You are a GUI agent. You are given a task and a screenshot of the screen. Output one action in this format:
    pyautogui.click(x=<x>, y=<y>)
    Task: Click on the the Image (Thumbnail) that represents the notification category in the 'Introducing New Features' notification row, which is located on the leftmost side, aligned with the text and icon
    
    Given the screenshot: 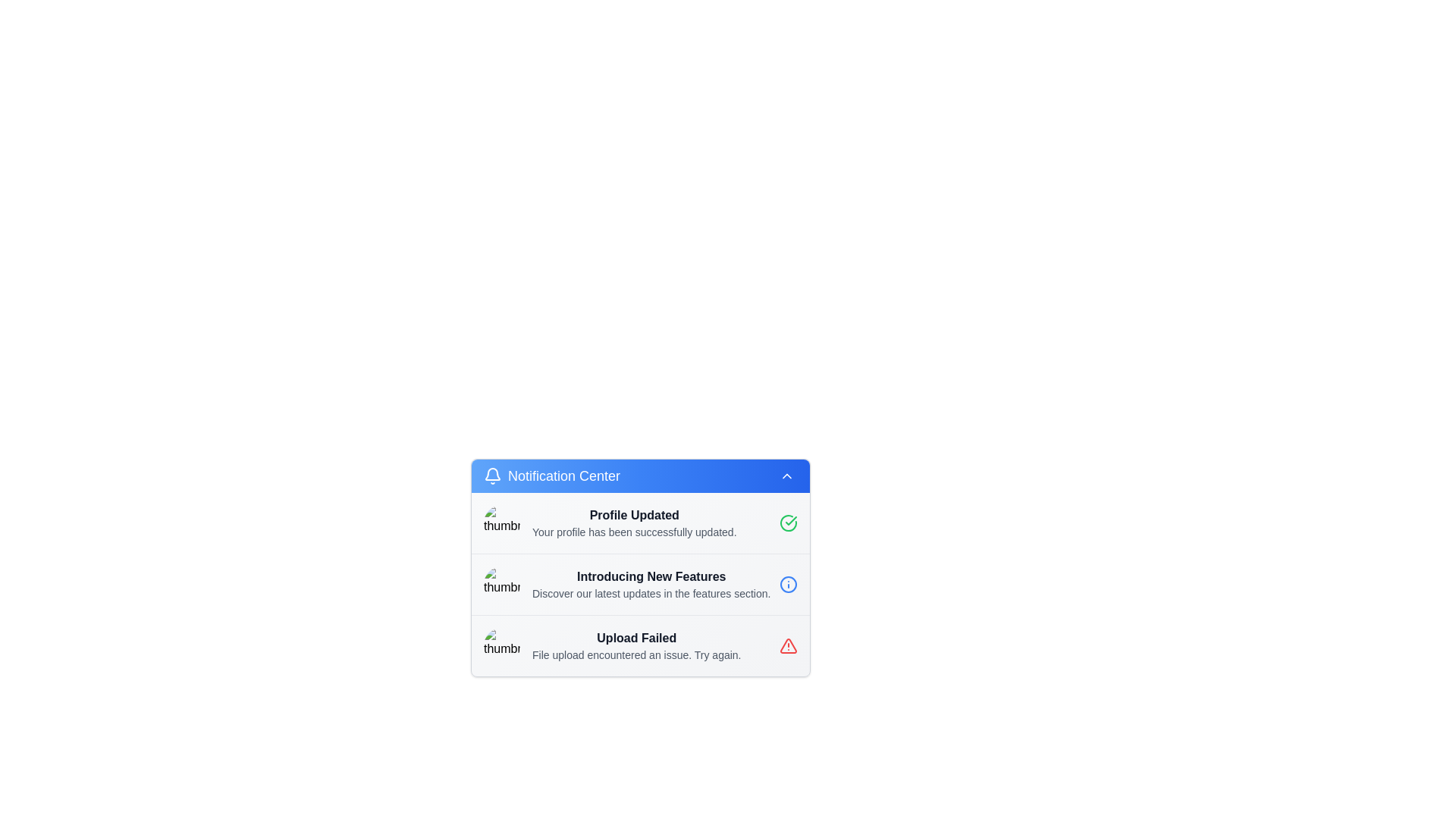 What is the action you would take?
    pyautogui.click(x=502, y=584)
    